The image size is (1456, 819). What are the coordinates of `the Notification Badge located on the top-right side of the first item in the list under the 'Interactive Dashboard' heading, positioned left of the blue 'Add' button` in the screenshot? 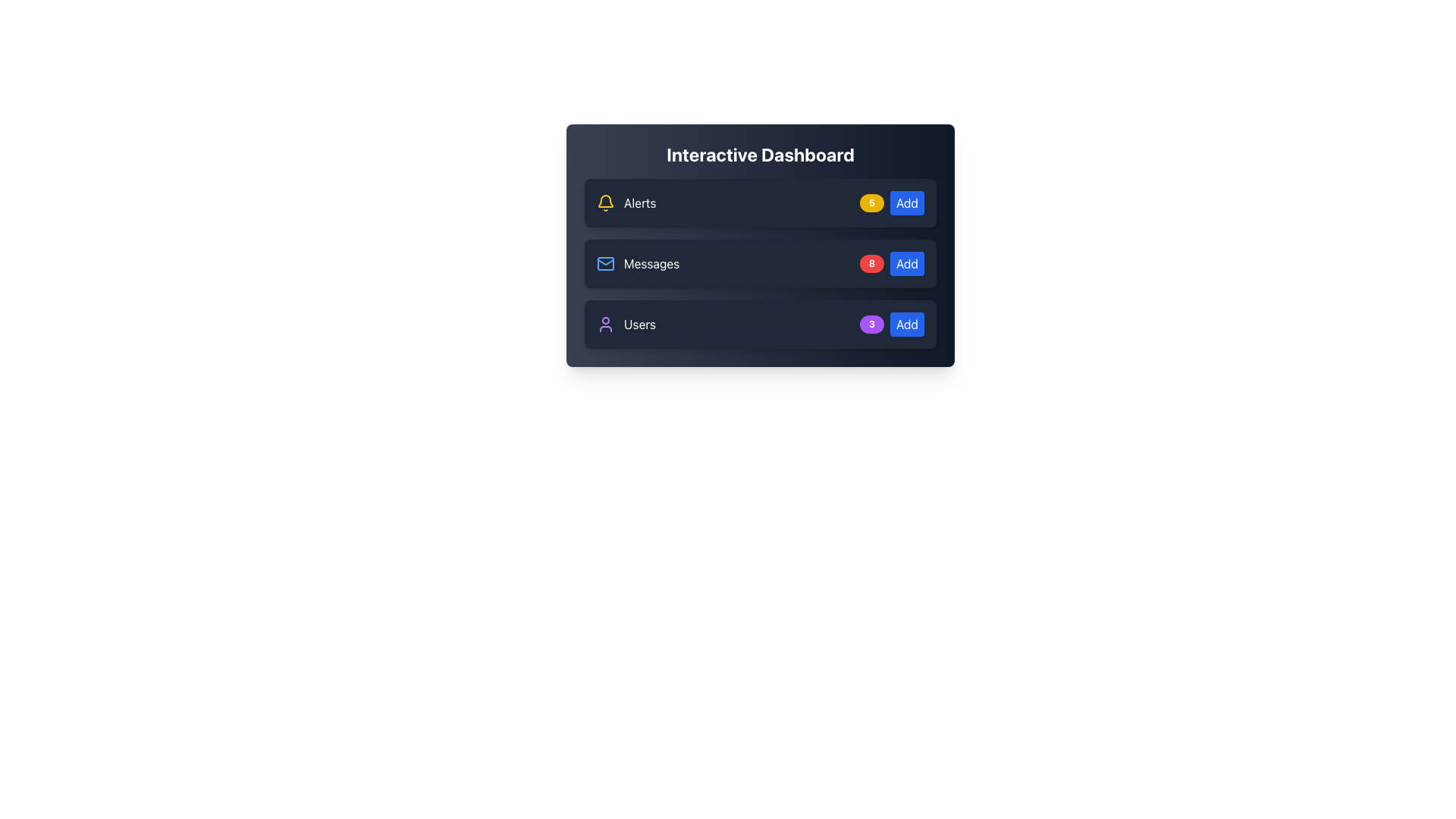 It's located at (871, 202).